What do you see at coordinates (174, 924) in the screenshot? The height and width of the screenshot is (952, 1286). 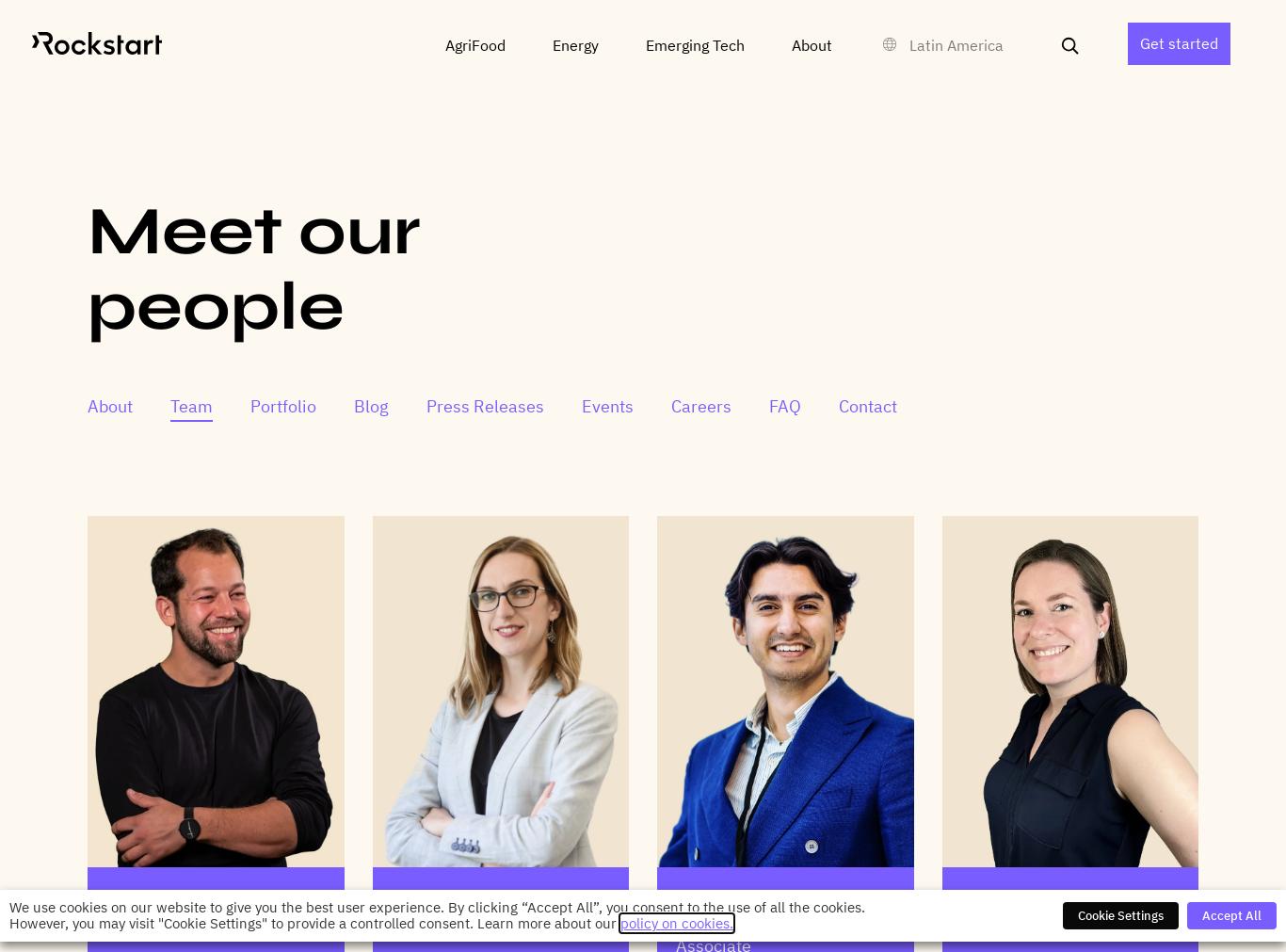 I see `'CEO & Co-founder'` at bounding box center [174, 924].